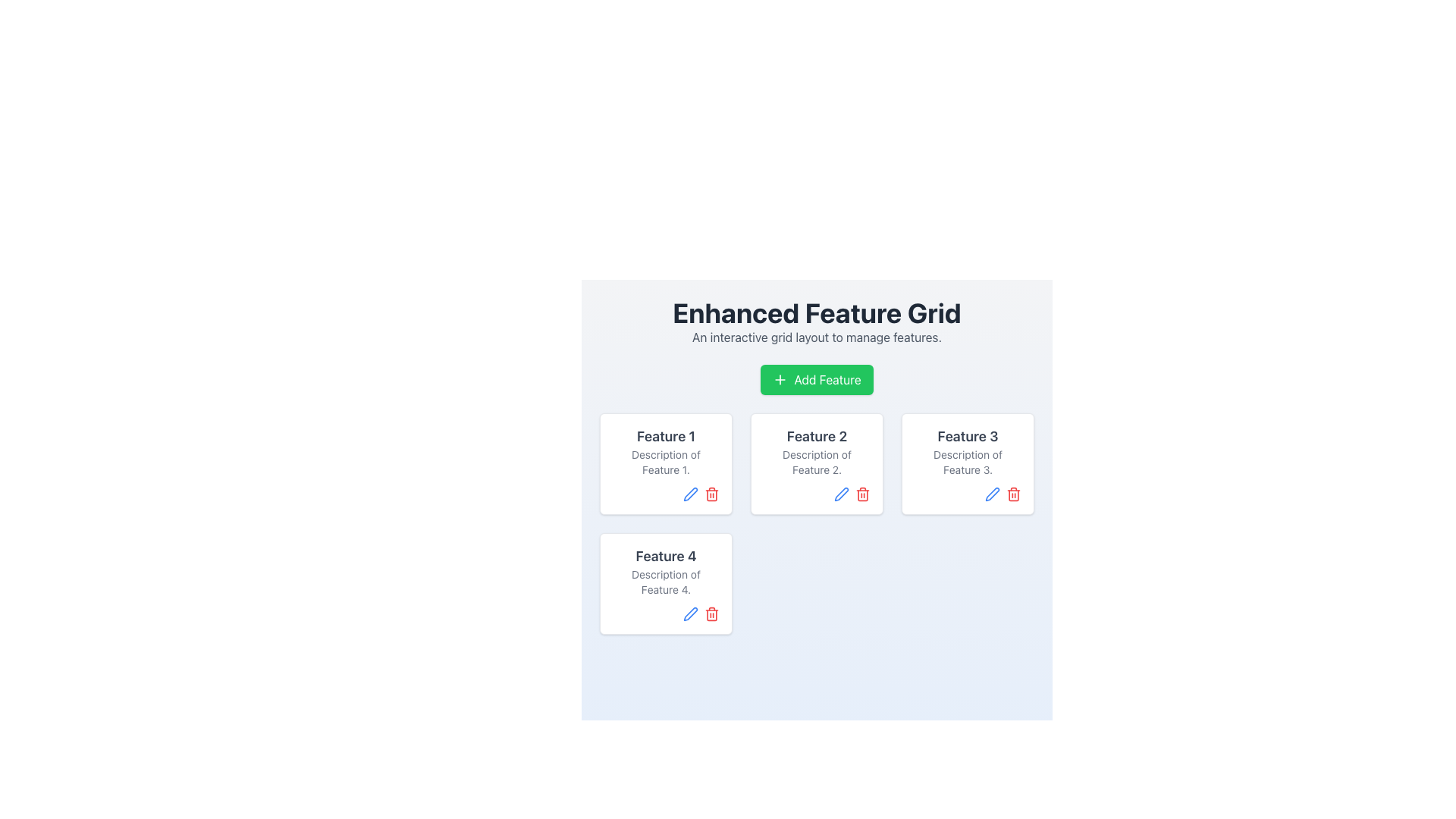  I want to click on the pen-shaped icon with a black outline located at the top-right corner of the second feature card labeled 'Feature 2', so click(840, 494).